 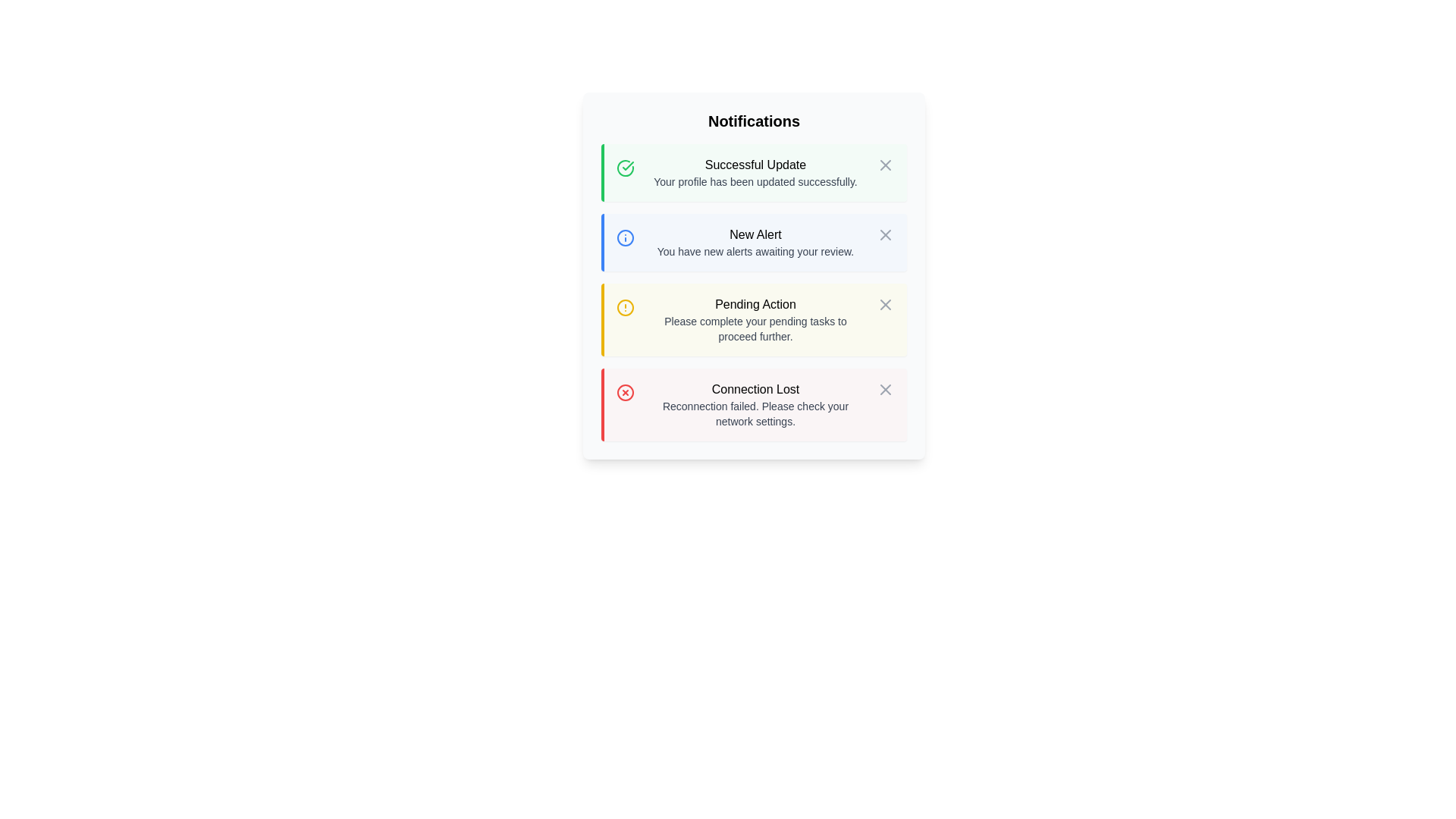 What do you see at coordinates (885, 234) in the screenshot?
I see `the 'X' button in the top-right corner of the 'New Alert' notification panel` at bounding box center [885, 234].